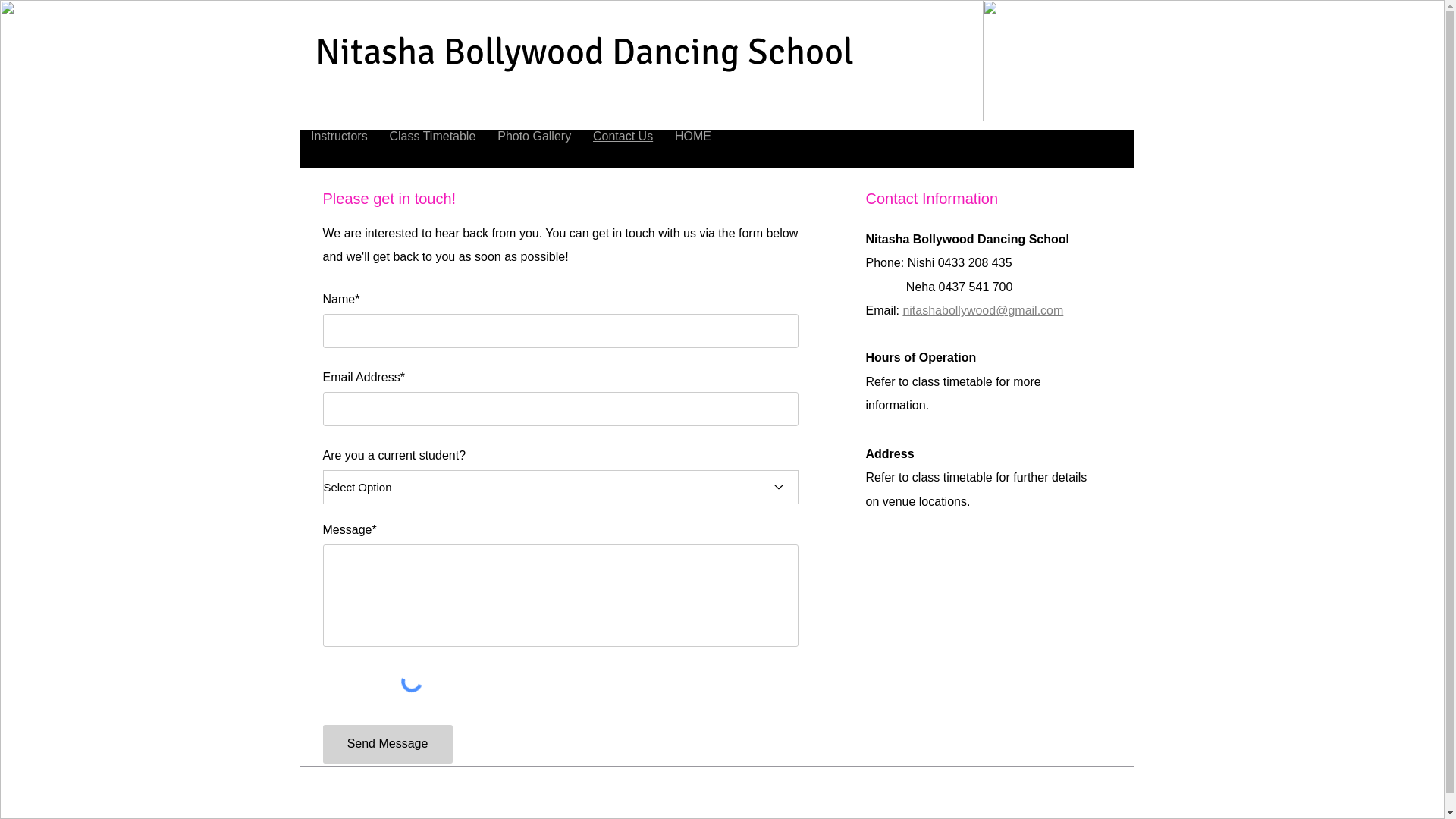 The width and height of the screenshot is (1456, 819). What do you see at coordinates (535, 136) in the screenshot?
I see `'Photo Gallery'` at bounding box center [535, 136].